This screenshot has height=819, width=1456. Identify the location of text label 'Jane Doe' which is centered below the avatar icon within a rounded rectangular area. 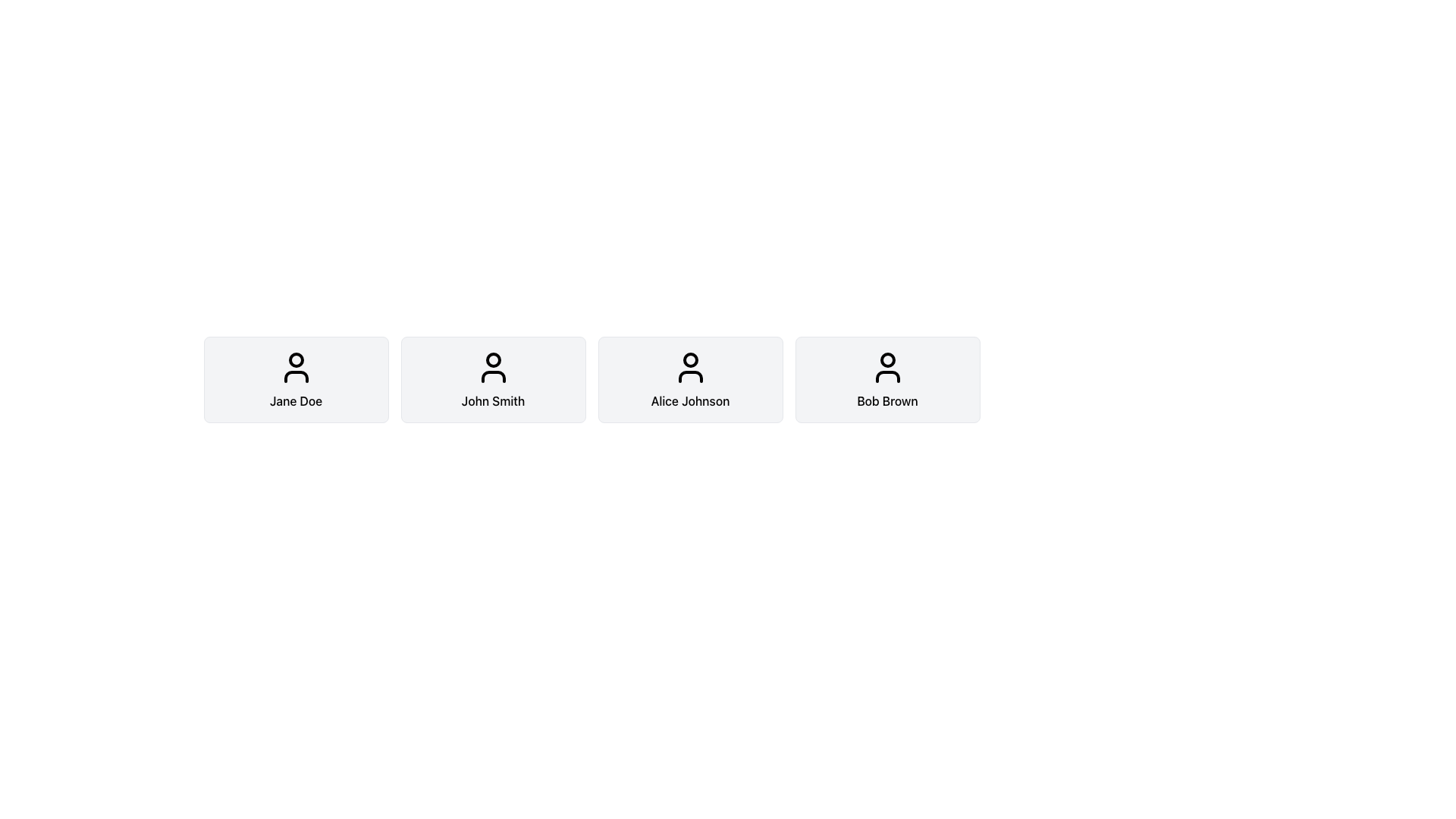
(296, 400).